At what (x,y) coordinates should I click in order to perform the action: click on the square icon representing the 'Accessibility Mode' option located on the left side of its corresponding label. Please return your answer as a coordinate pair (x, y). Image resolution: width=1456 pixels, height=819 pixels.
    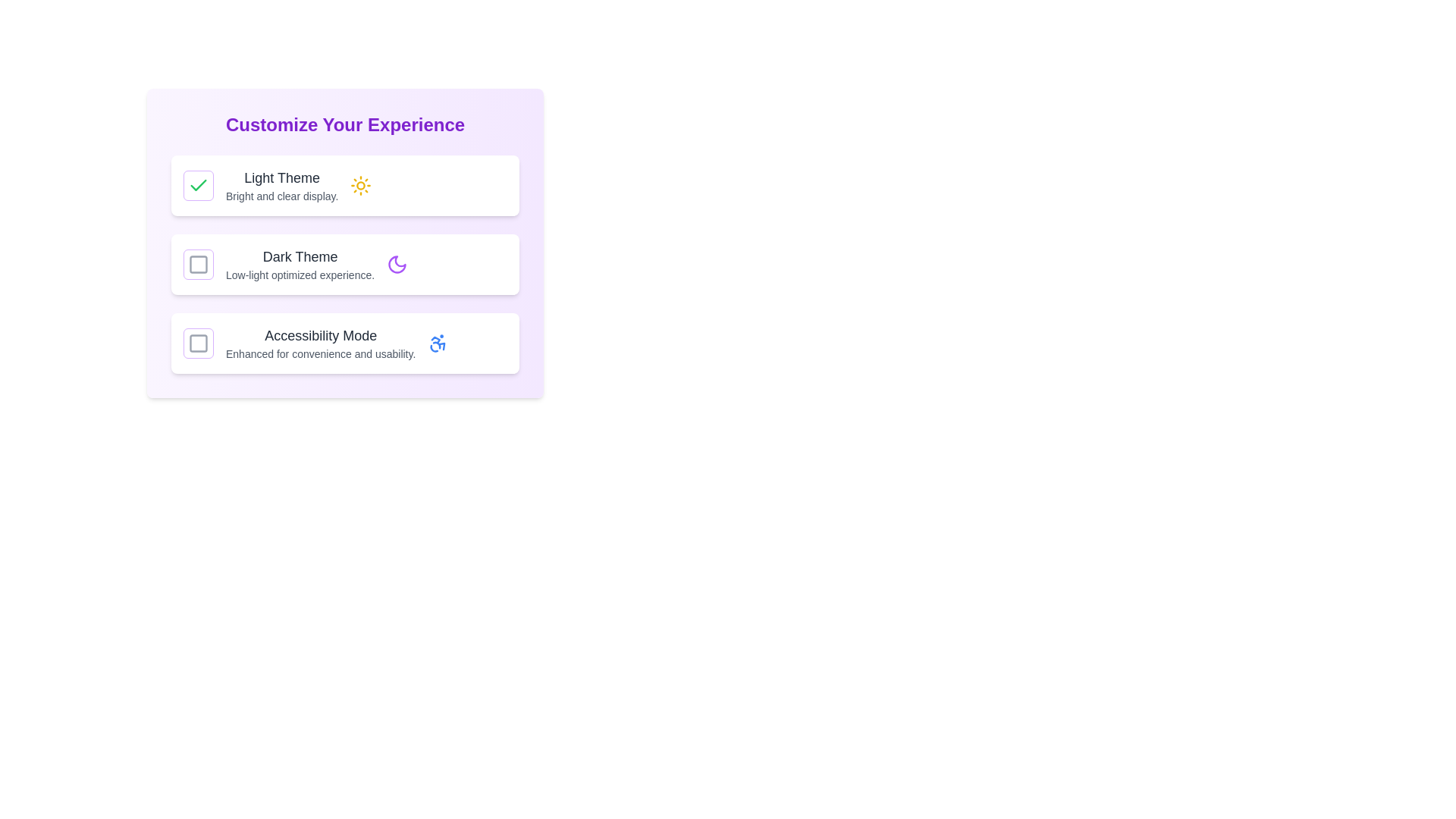
    Looking at the image, I should click on (198, 343).